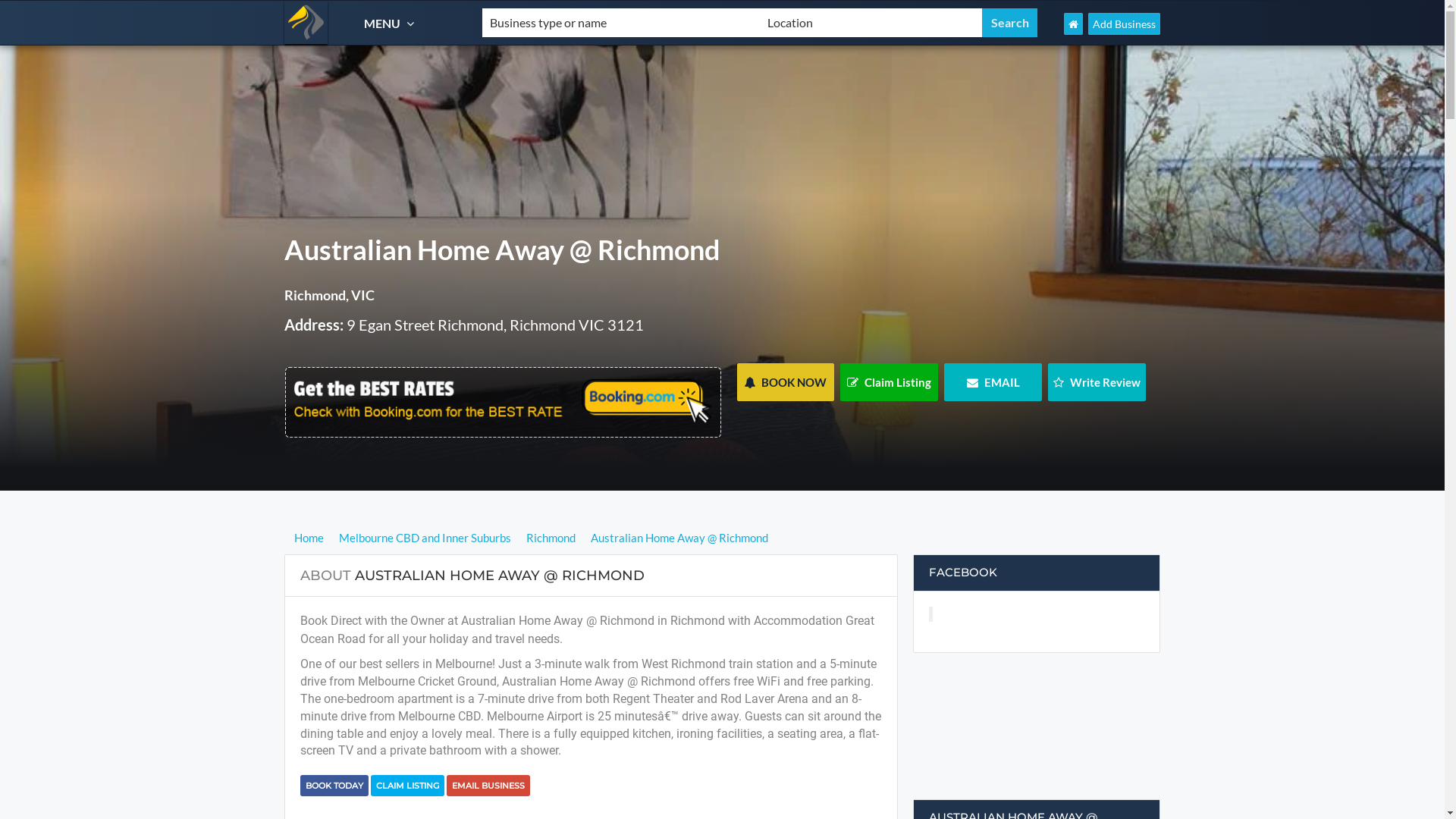  What do you see at coordinates (334, 785) in the screenshot?
I see `'BOOK TODAY'` at bounding box center [334, 785].